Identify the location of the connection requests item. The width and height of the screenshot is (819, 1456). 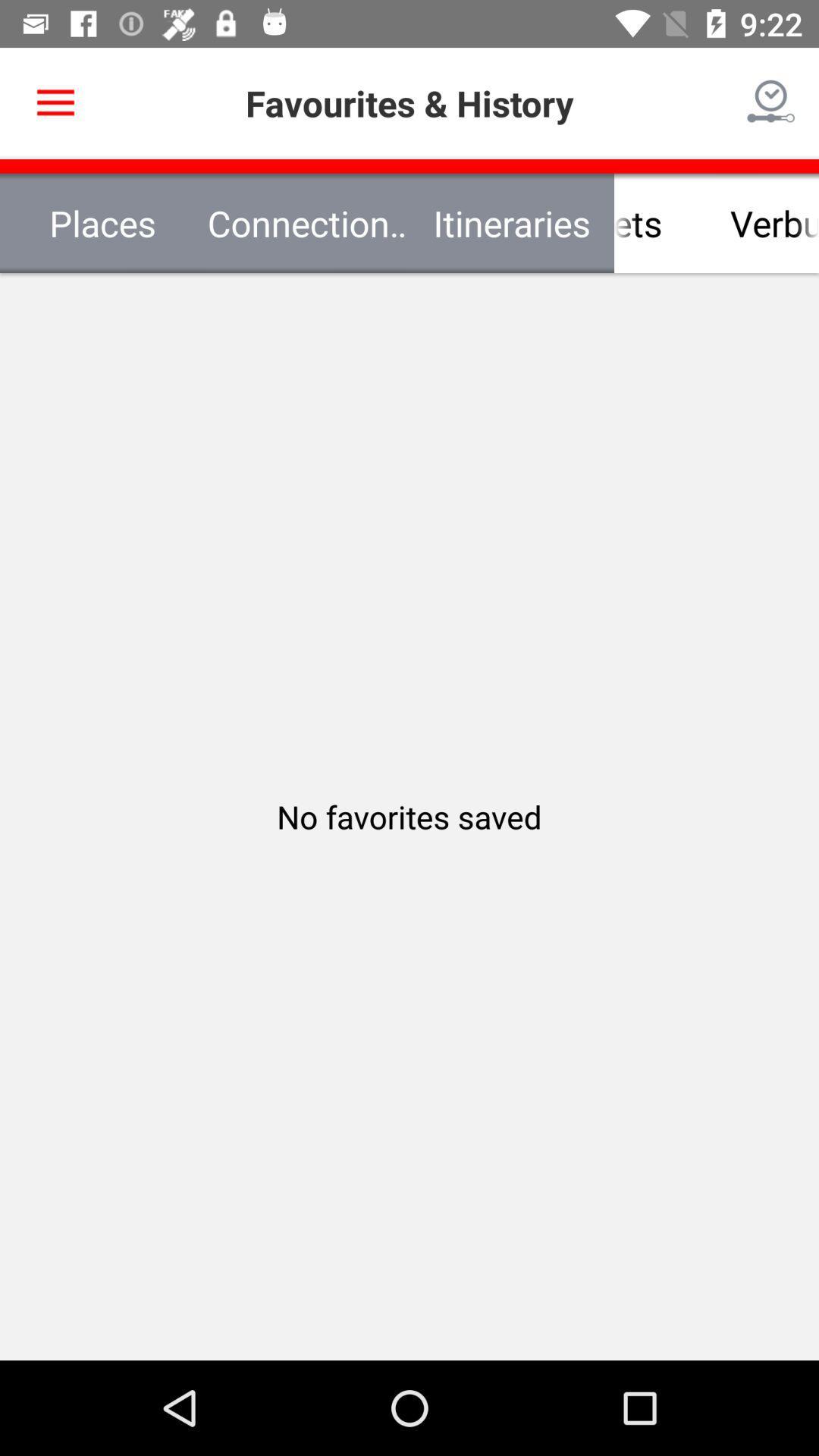
(307, 222).